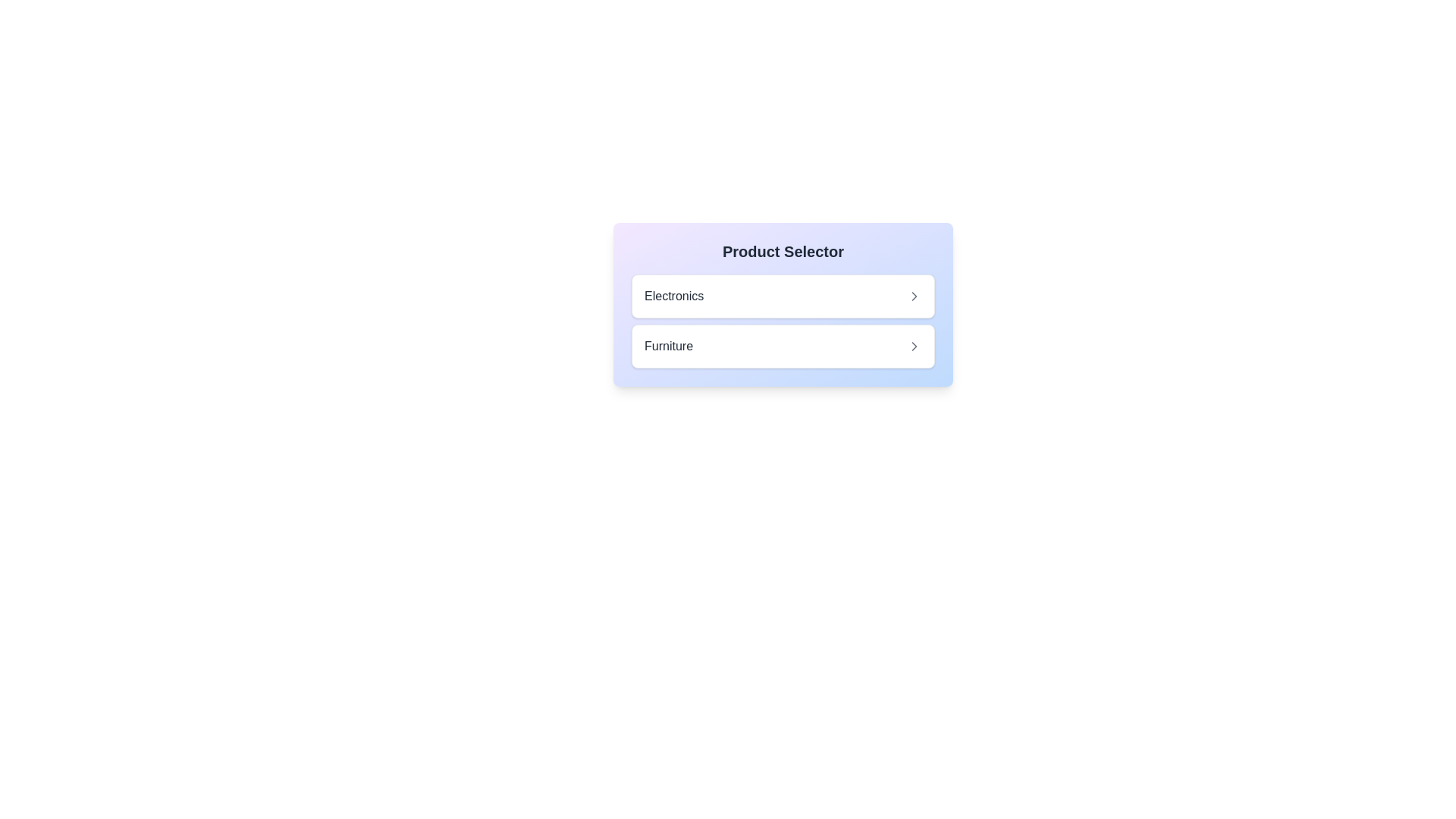 The image size is (1456, 819). What do you see at coordinates (668, 346) in the screenshot?
I see `the 'Furniture' category label in the 'Product Selector' interface` at bounding box center [668, 346].